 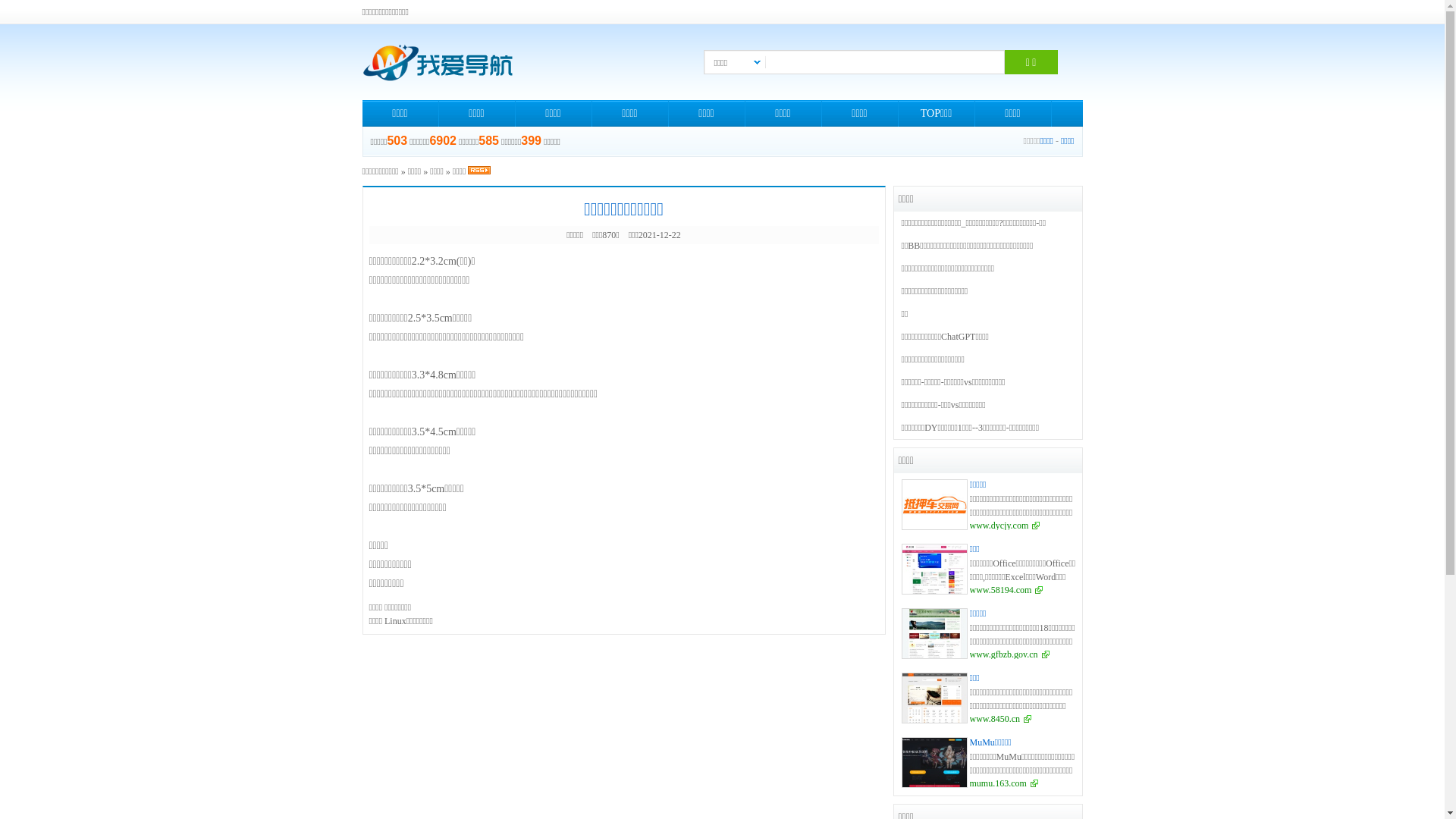 What do you see at coordinates (1006, 589) in the screenshot?
I see `'www.58194.com'` at bounding box center [1006, 589].